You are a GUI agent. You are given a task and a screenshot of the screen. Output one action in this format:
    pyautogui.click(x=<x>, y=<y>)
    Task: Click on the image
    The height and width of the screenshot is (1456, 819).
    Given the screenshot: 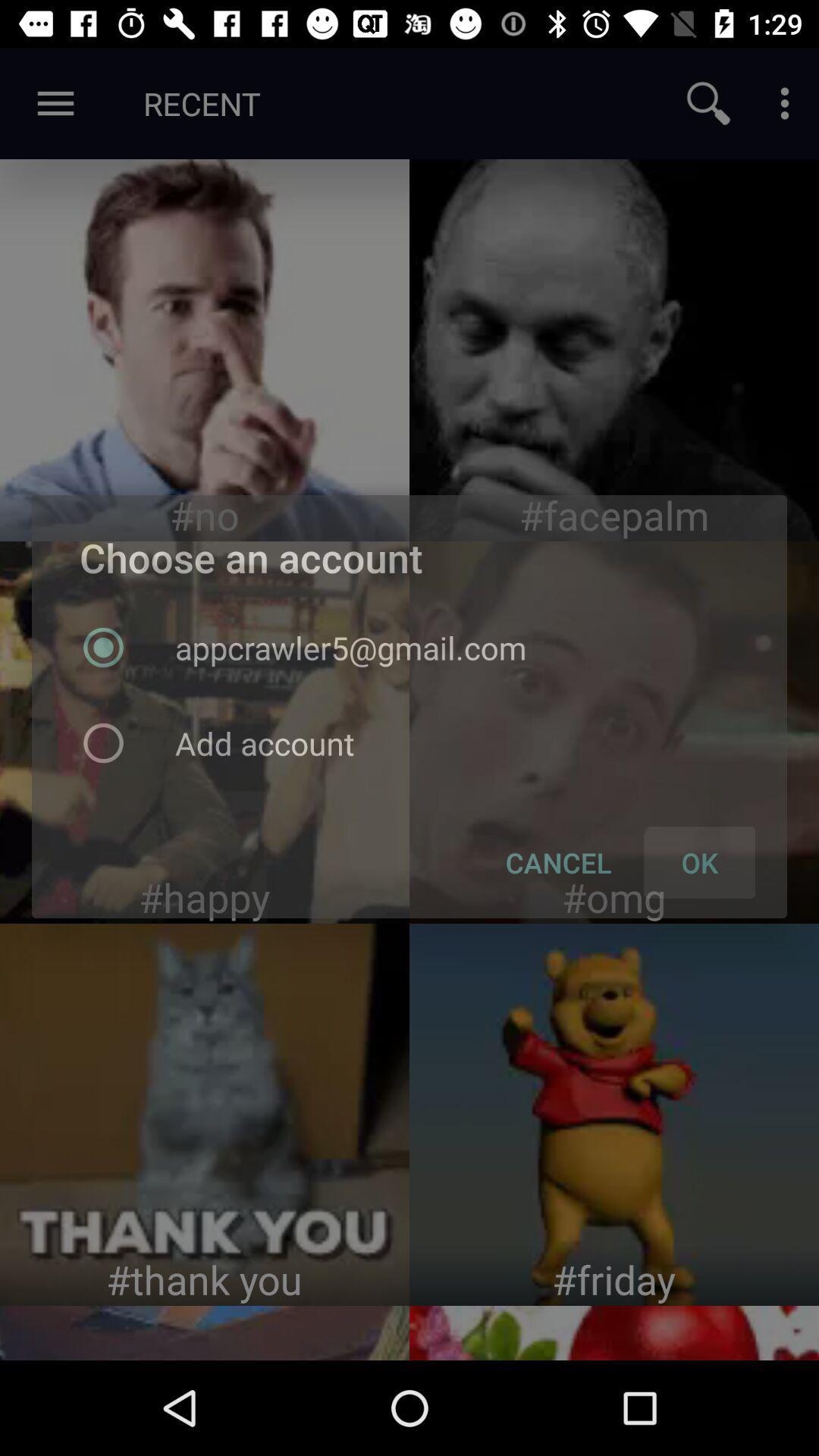 What is the action you would take?
    pyautogui.click(x=205, y=349)
    